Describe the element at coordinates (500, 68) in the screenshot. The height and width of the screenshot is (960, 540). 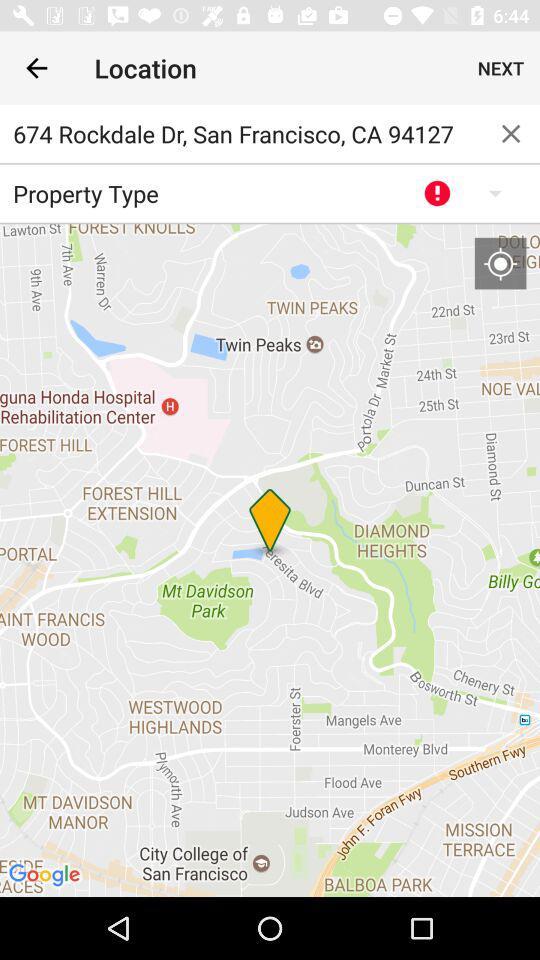
I see `icon to the right of the location` at that location.